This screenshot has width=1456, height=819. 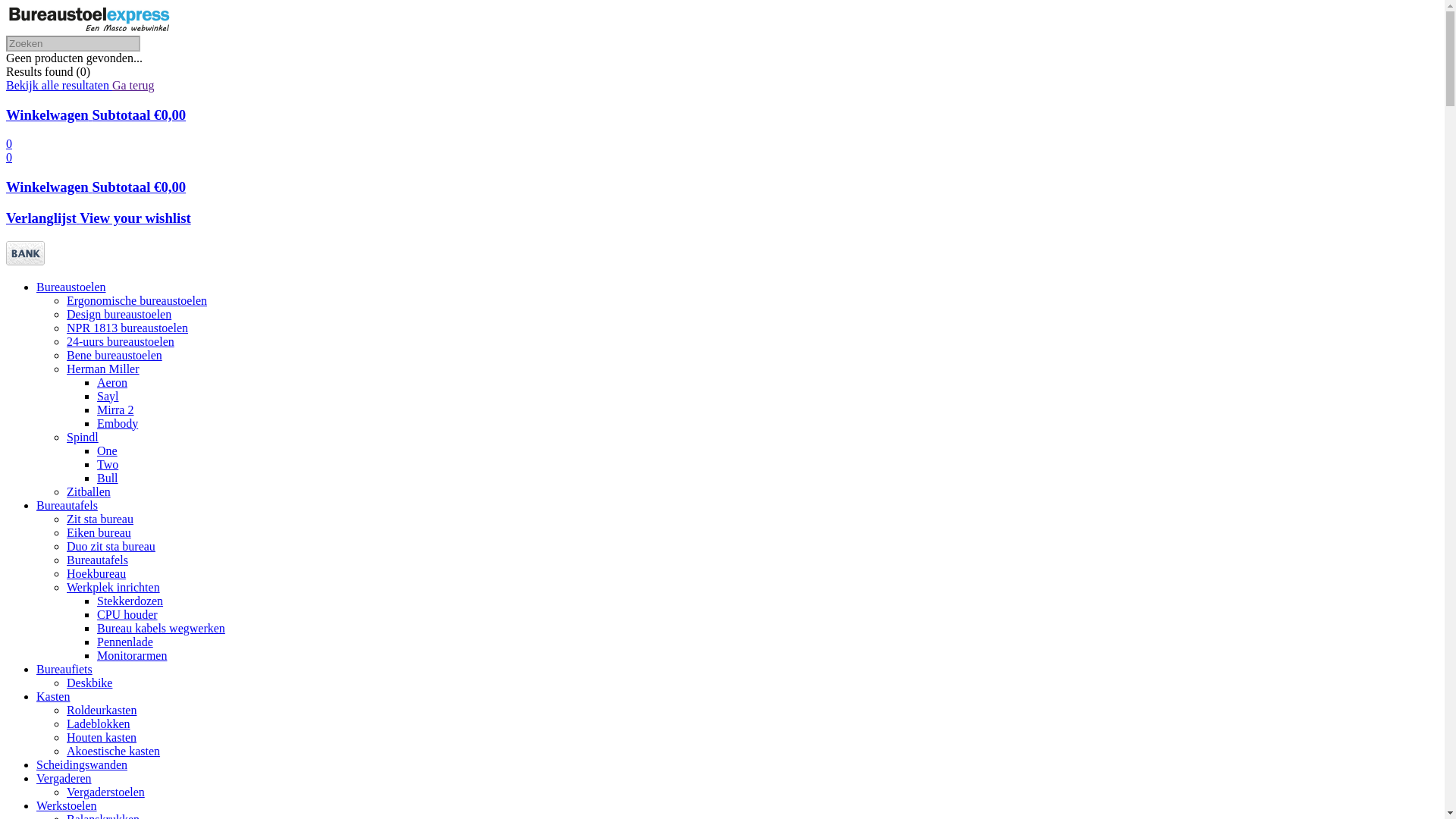 What do you see at coordinates (97, 218) in the screenshot?
I see `'Verlanglijst View your wishlist'` at bounding box center [97, 218].